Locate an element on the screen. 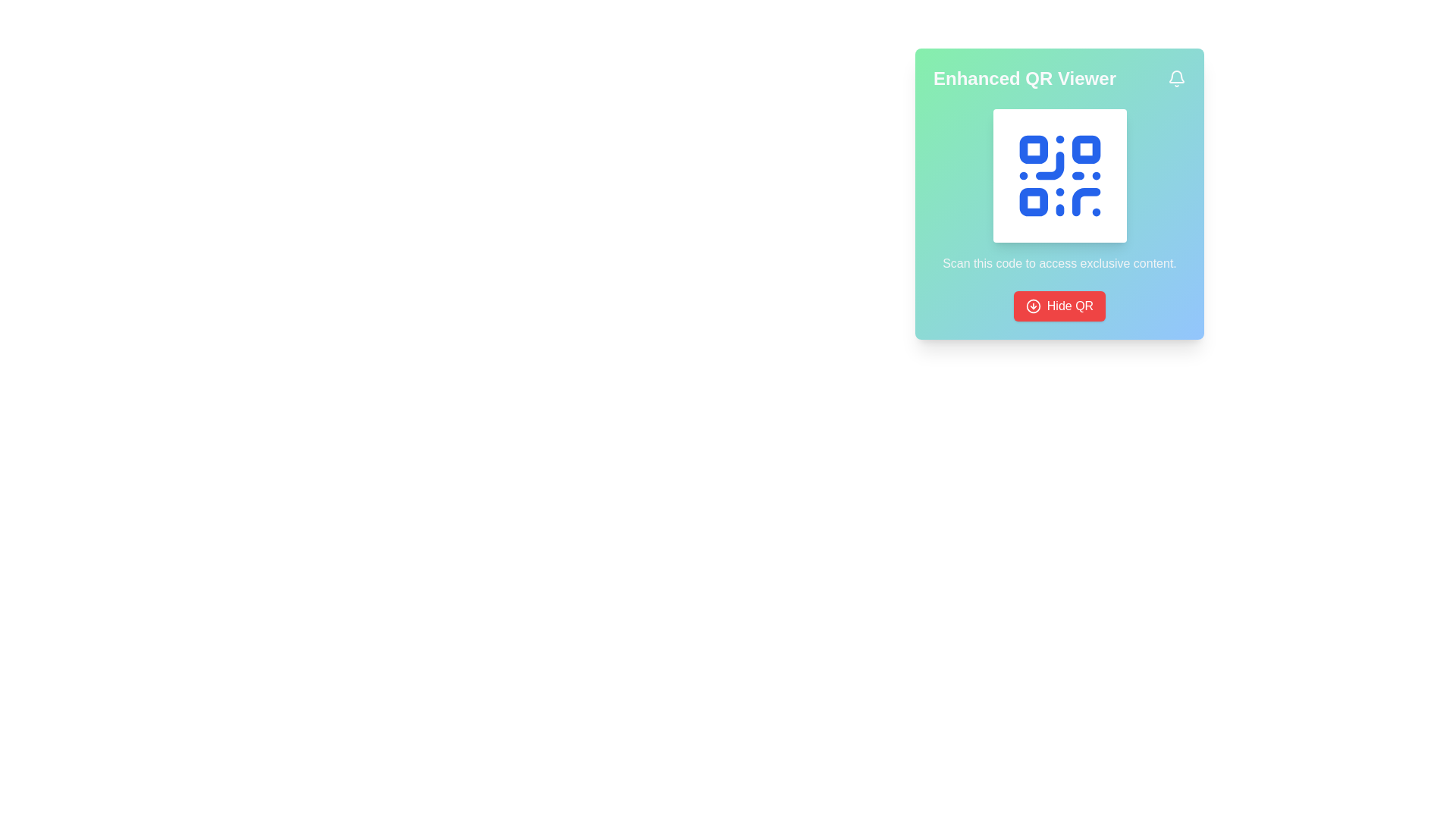 The height and width of the screenshot is (819, 1456). the third square element of the QR code, which is a small blue square with rounded corners, located at the bottom-left corner of the QR code is located at coordinates (1032, 201).